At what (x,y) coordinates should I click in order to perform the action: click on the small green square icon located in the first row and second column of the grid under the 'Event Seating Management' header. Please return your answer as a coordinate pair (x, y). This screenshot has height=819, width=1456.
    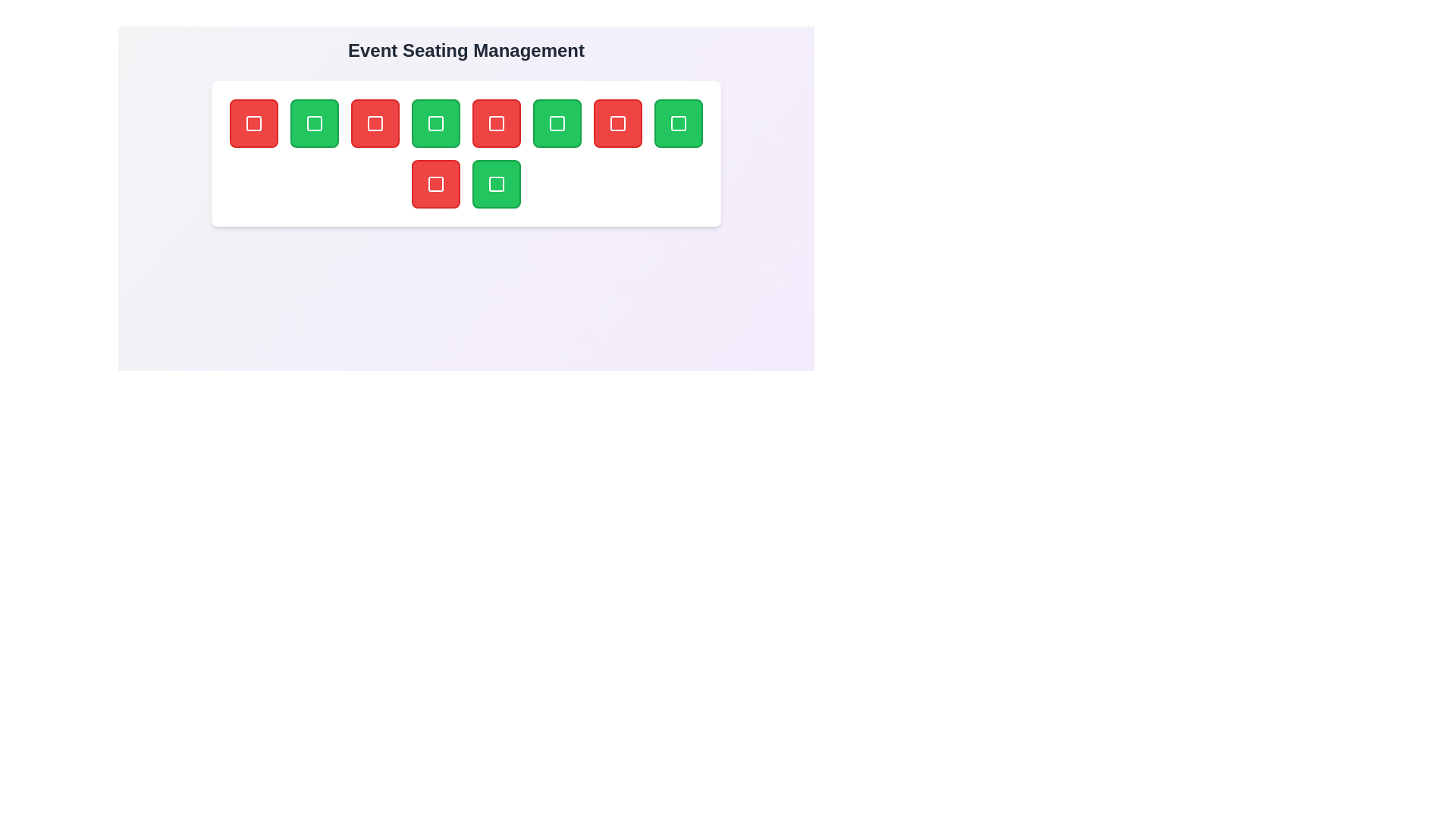
    Looking at the image, I should click on (313, 122).